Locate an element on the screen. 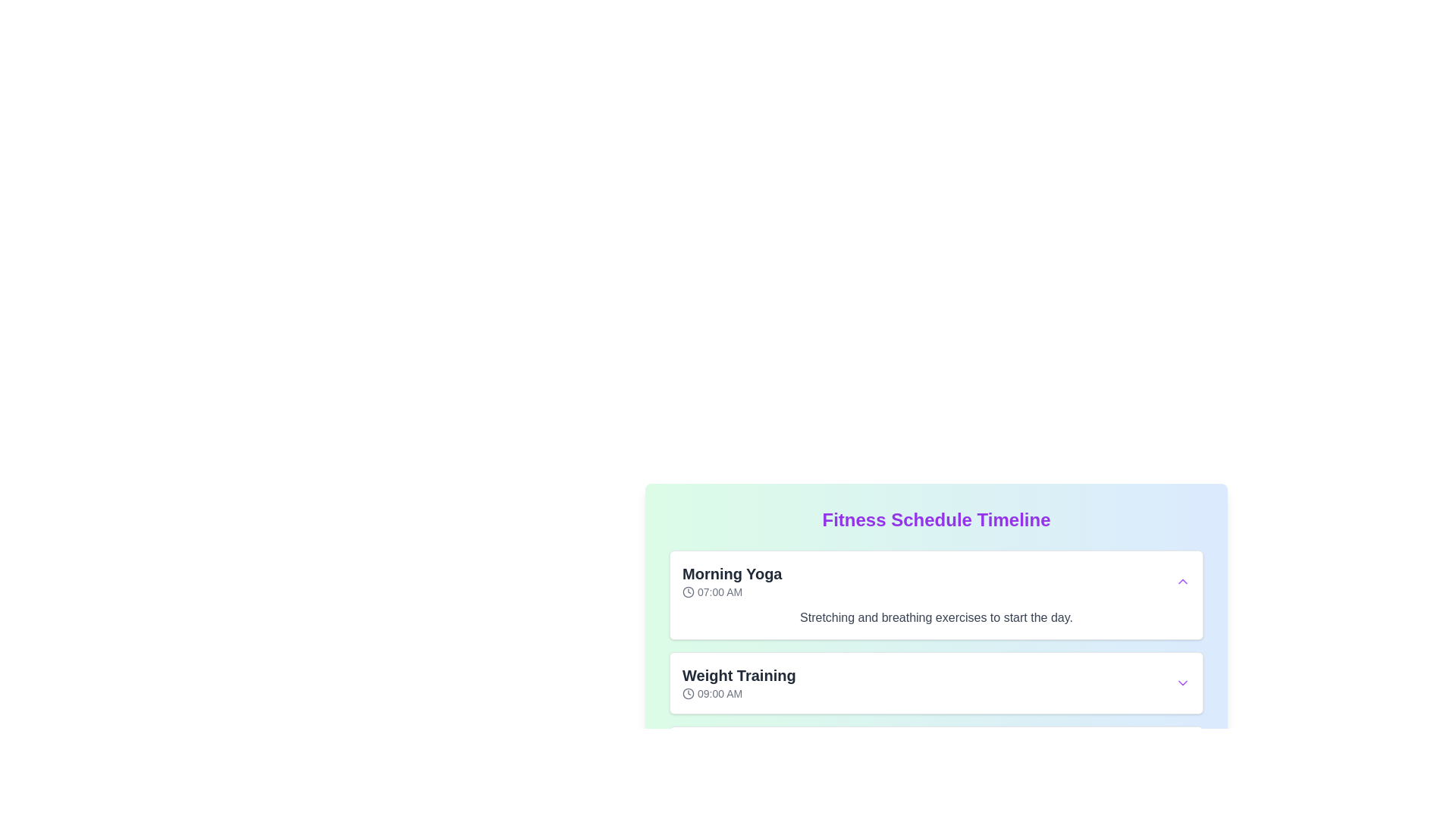 The image size is (1456, 819). the clock icon in the second entry of the Fitness Schedule Timeline, which indicates the name and time of a session, specifically below the 'Morning Yoga' session is located at coordinates (739, 683).